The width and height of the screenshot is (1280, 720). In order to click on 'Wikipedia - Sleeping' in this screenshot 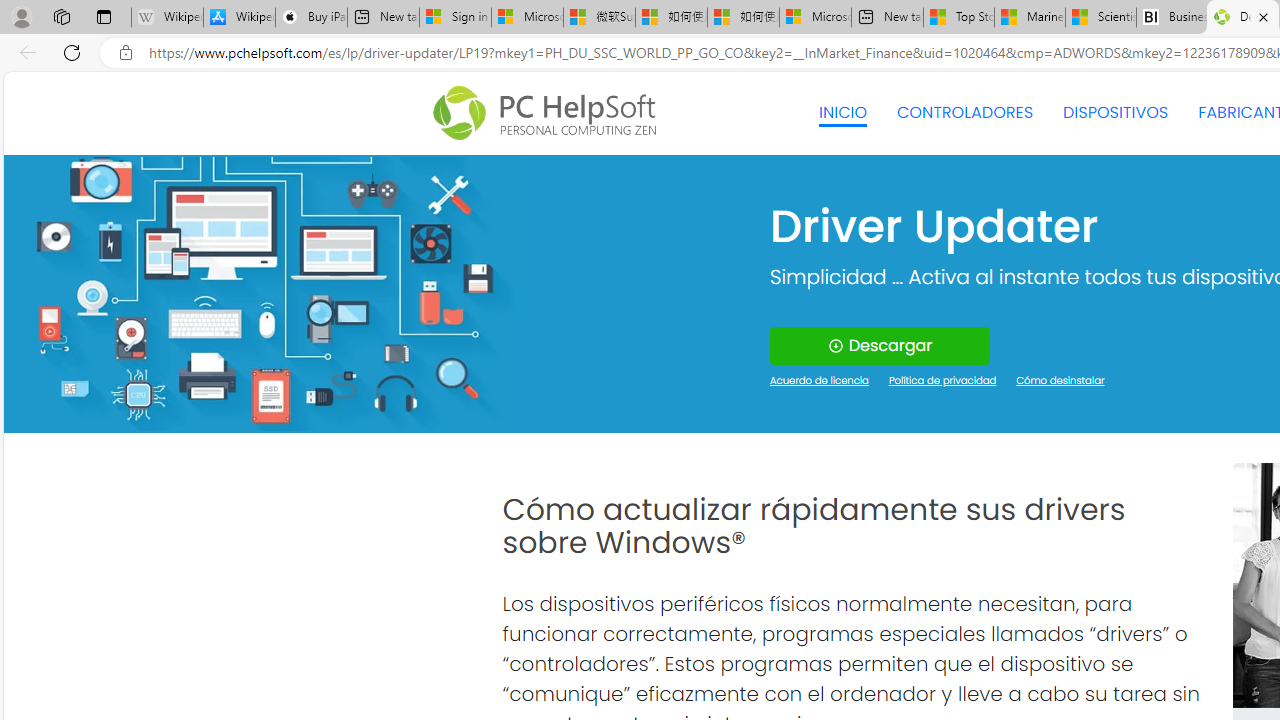, I will do `click(167, 17)`.